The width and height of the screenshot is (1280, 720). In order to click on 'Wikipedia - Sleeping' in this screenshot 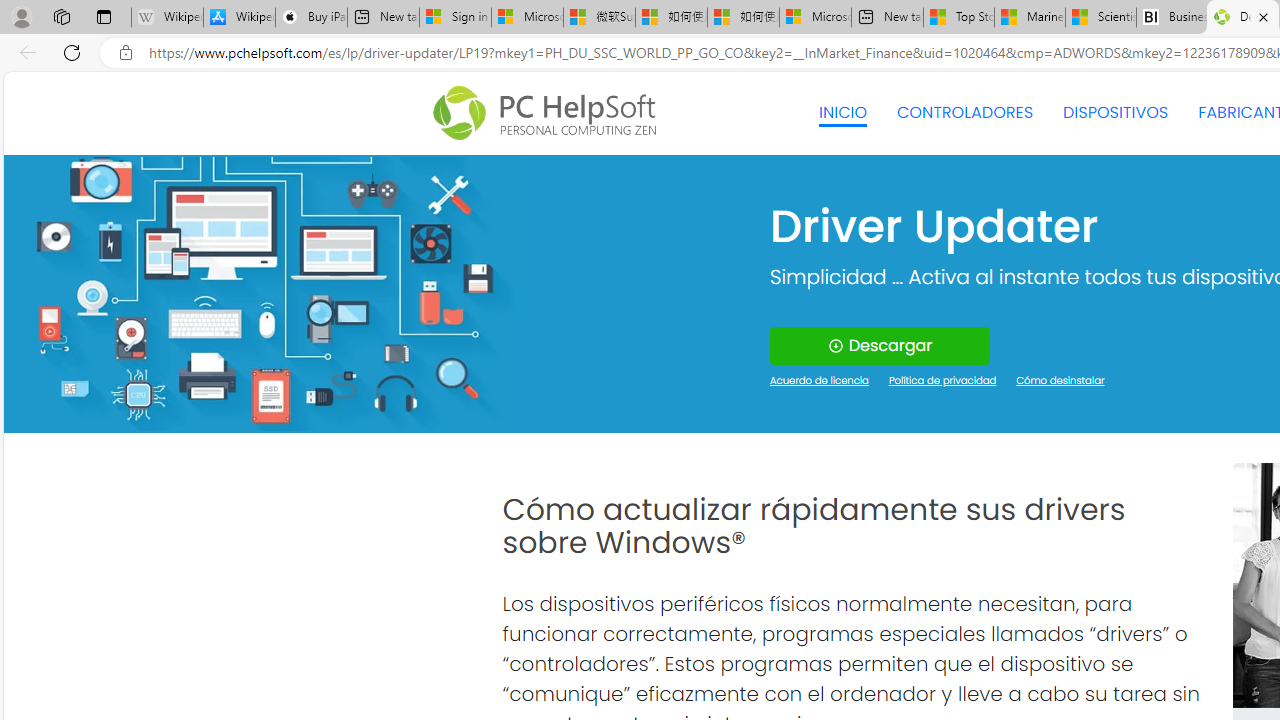, I will do `click(167, 17)`.